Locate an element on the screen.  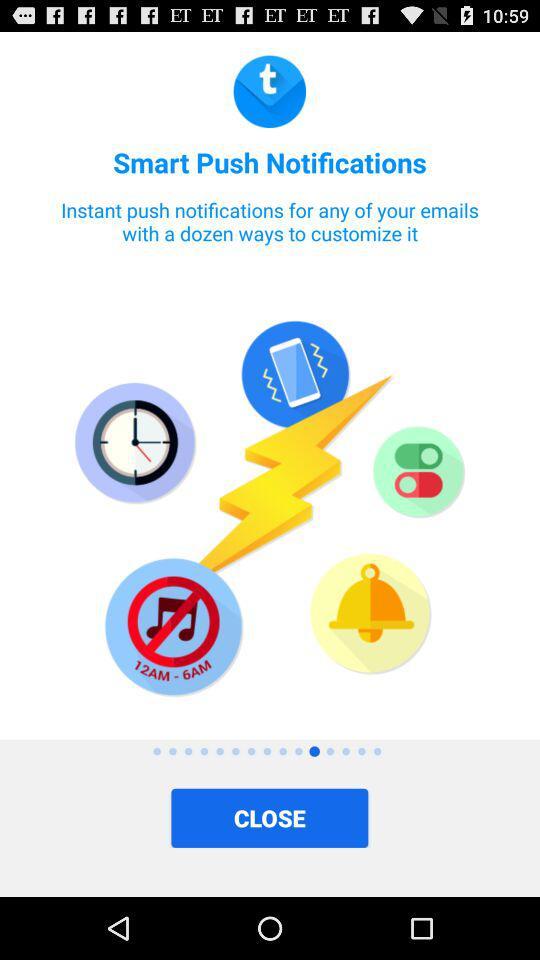
the close is located at coordinates (269, 818).